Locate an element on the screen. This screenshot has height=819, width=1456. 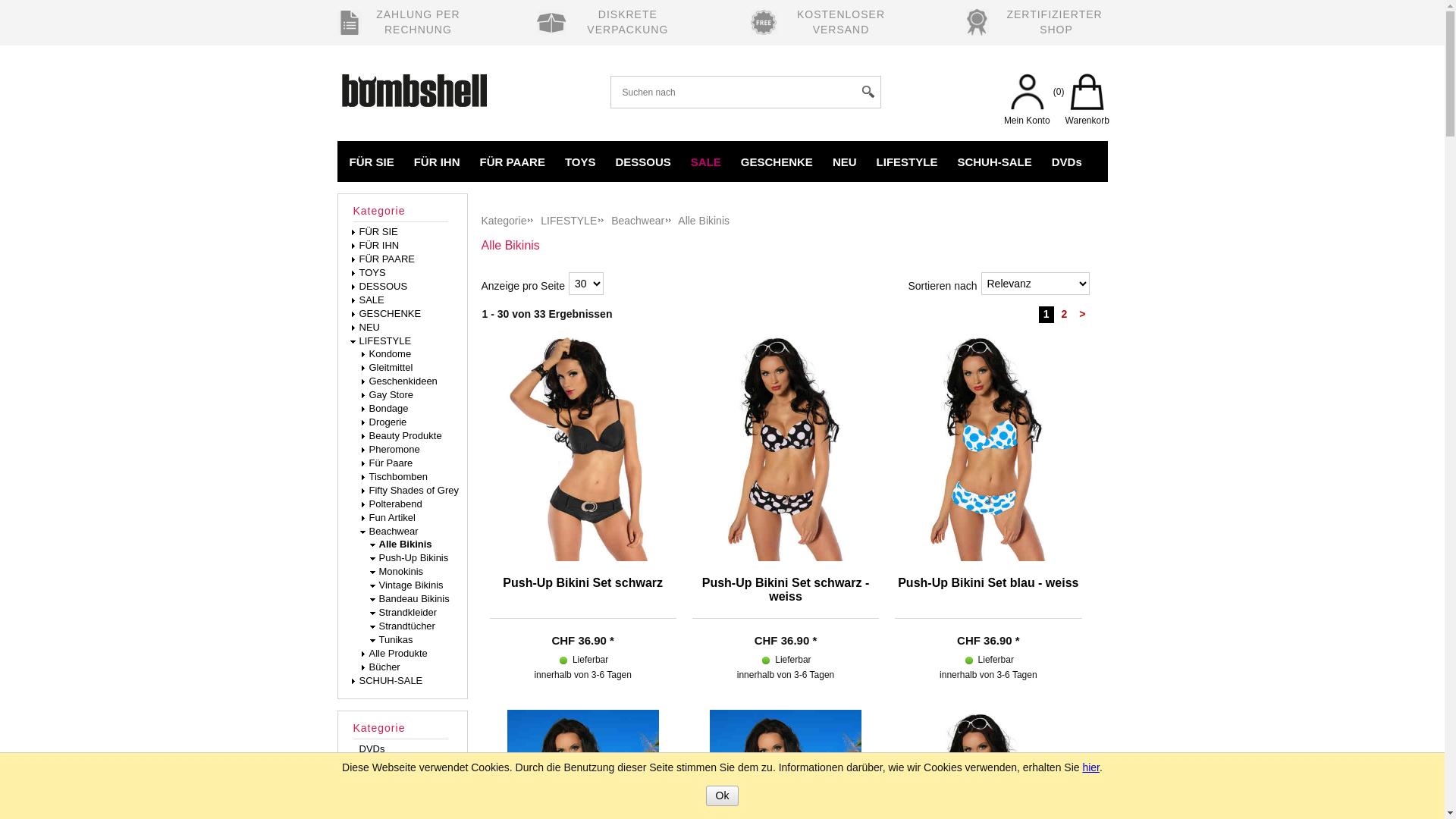
' Gay Store' is located at coordinates (391, 394).